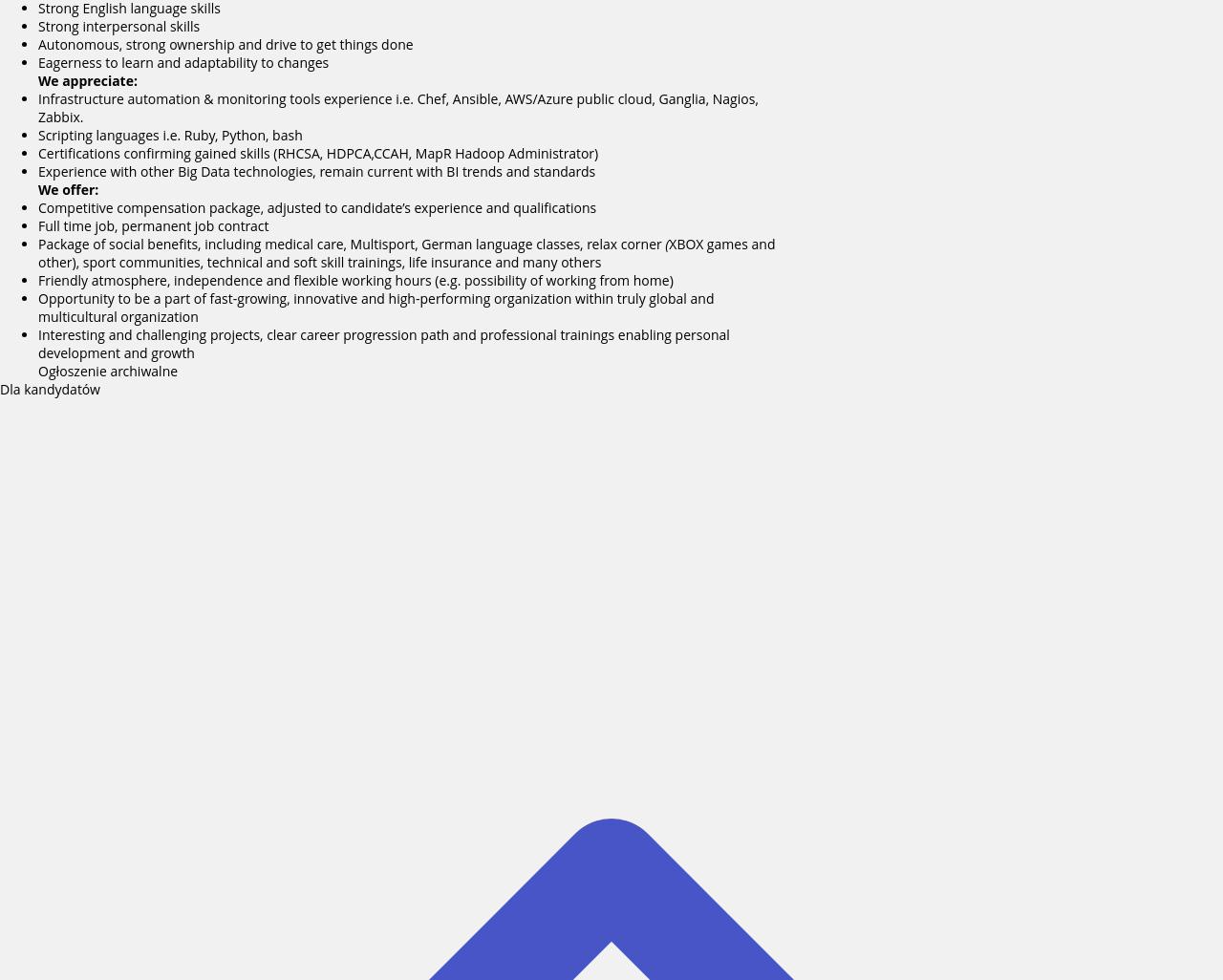 The height and width of the screenshot is (980, 1223). I want to click on 'We offer:', so click(68, 188).